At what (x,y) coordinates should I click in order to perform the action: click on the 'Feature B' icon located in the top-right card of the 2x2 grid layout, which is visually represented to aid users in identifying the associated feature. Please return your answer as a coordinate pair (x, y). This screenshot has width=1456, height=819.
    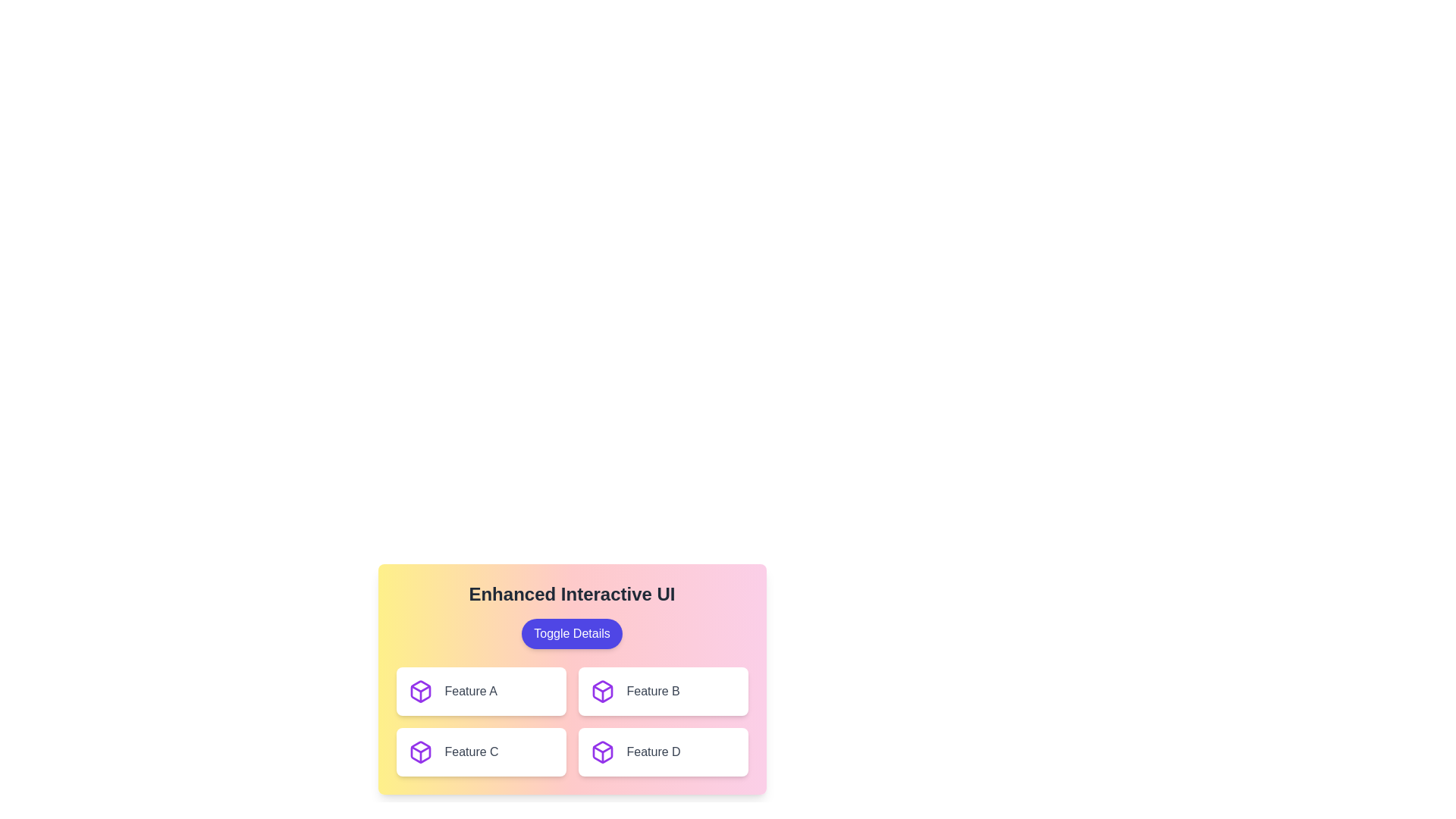
    Looking at the image, I should click on (601, 691).